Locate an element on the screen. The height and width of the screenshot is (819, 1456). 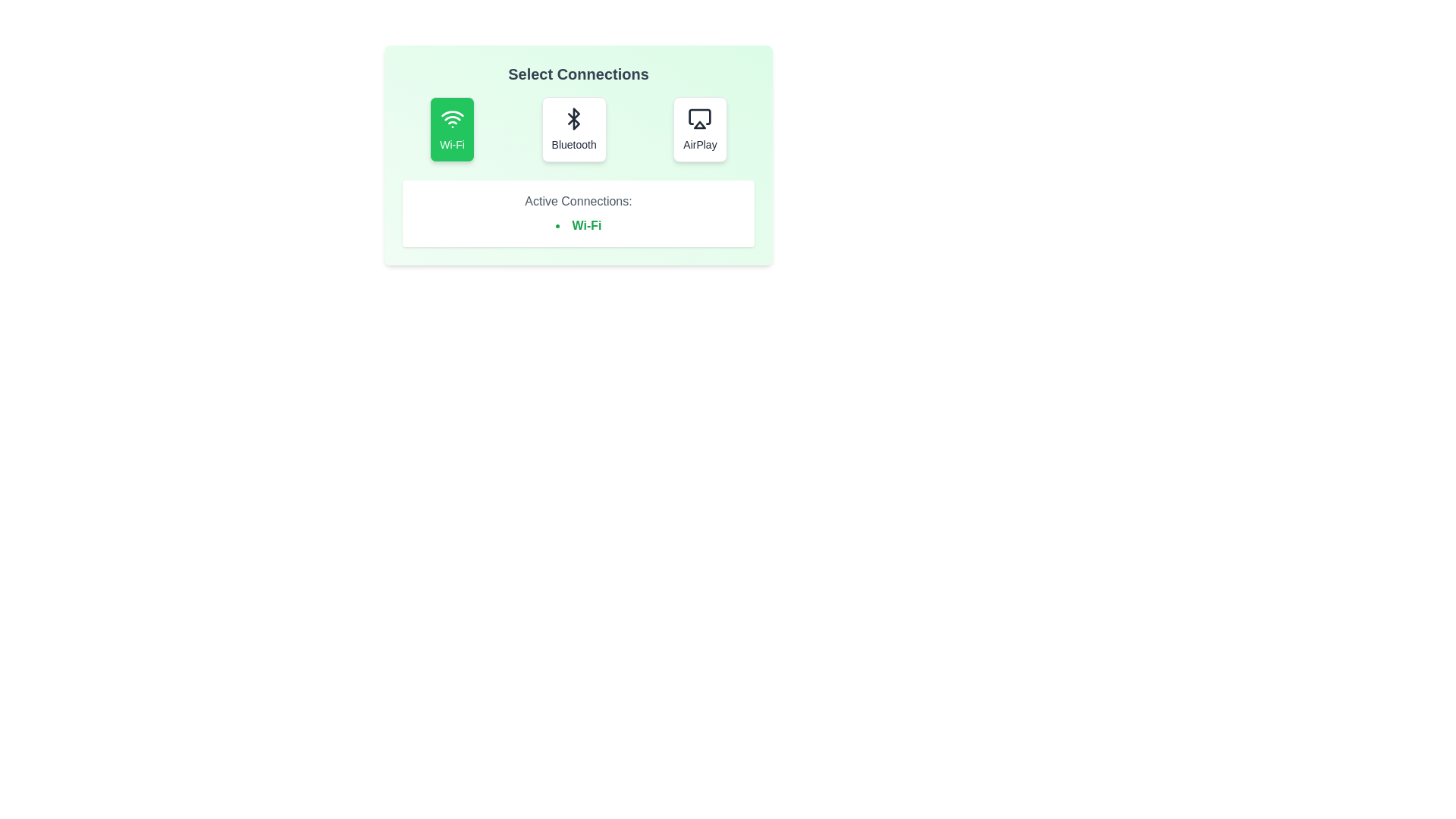
the connection button corresponding to Wi-Fi is located at coordinates (451, 128).